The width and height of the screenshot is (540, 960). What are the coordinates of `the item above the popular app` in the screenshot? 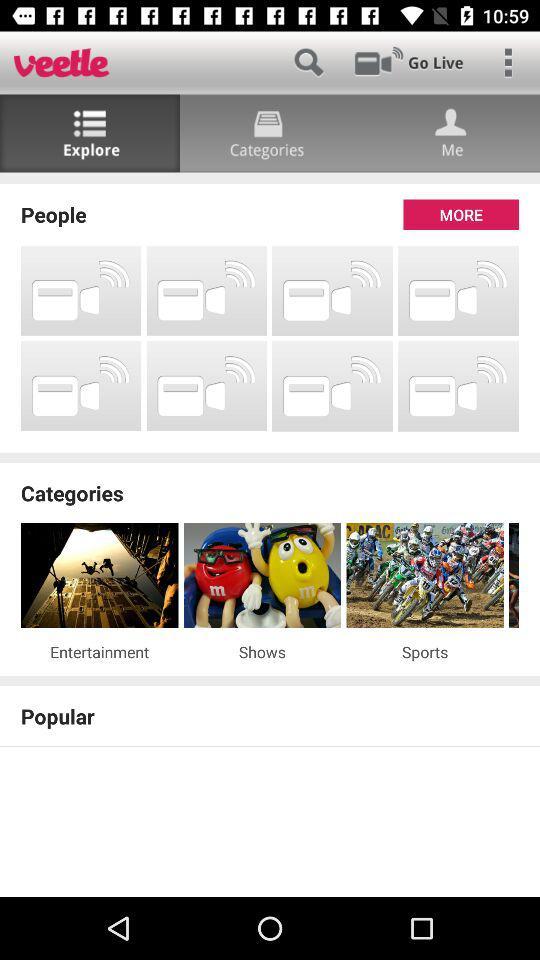 It's located at (270, 681).